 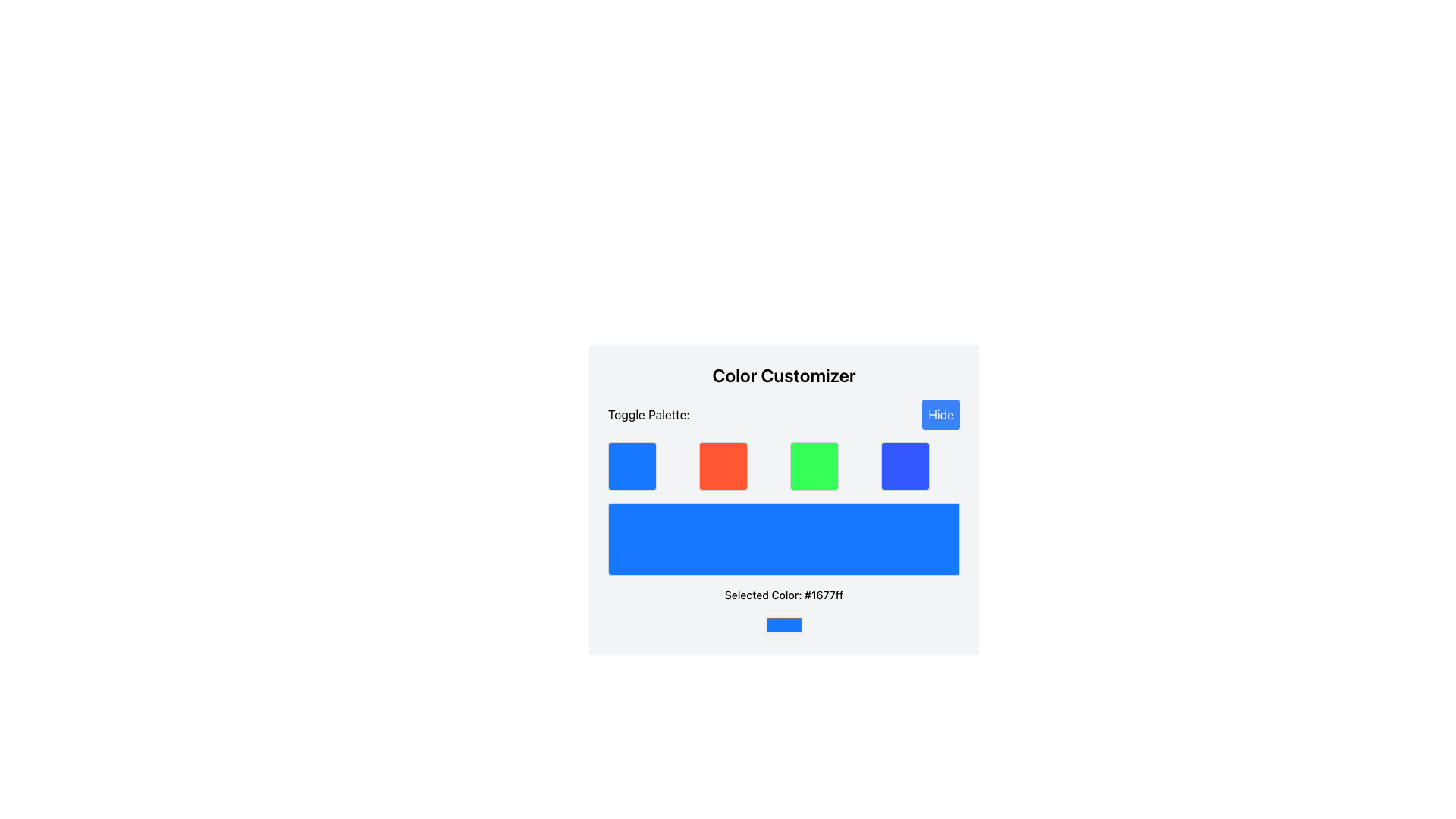 What do you see at coordinates (648, 415) in the screenshot?
I see `the text label 'Toggle Palette:' which describes the adjacent 'Hide' button, located near the top of the interface` at bounding box center [648, 415].